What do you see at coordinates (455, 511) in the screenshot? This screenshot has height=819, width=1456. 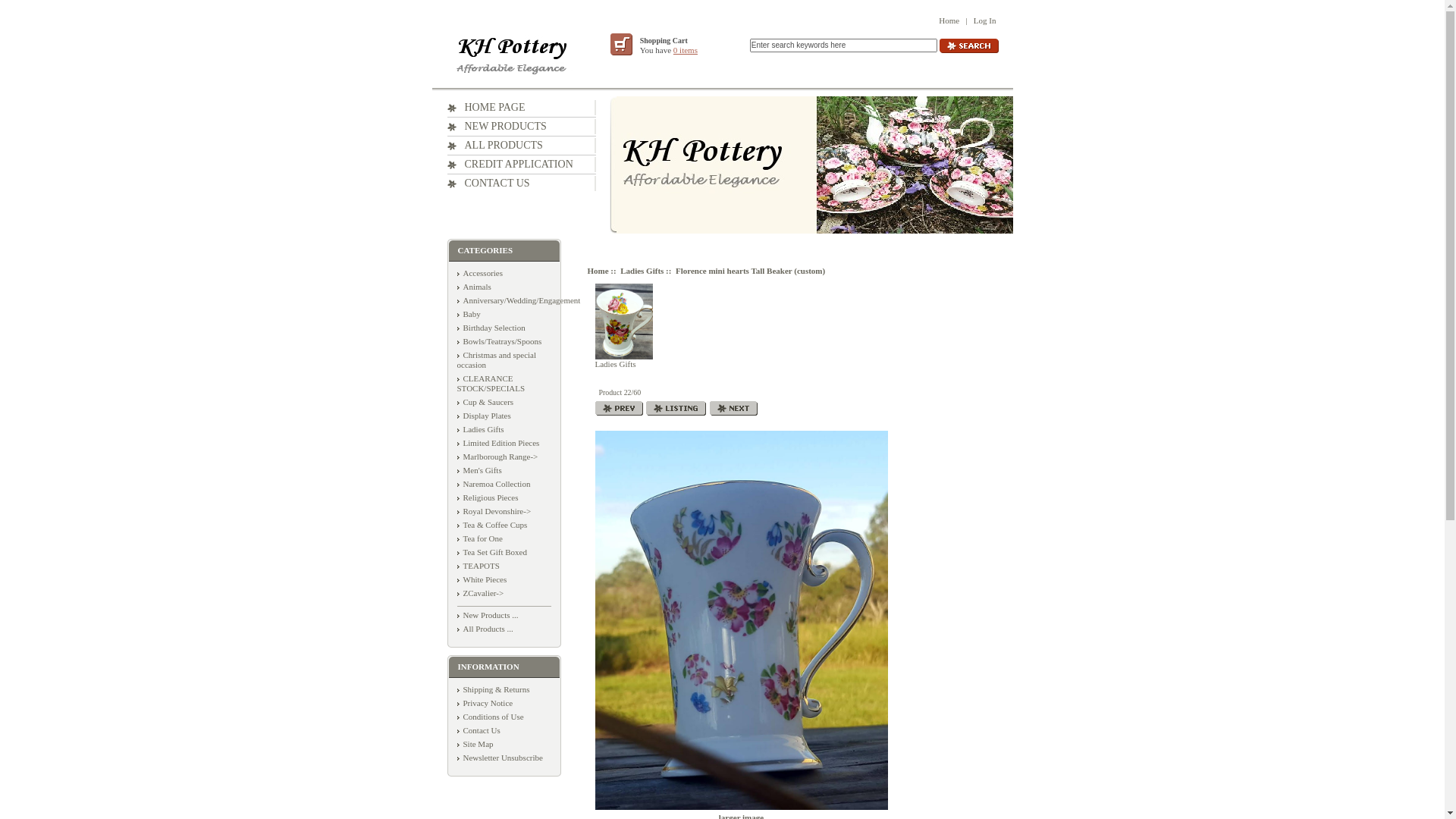 I see `'Royal Devonshire->'` at bounding box center [455, 511].